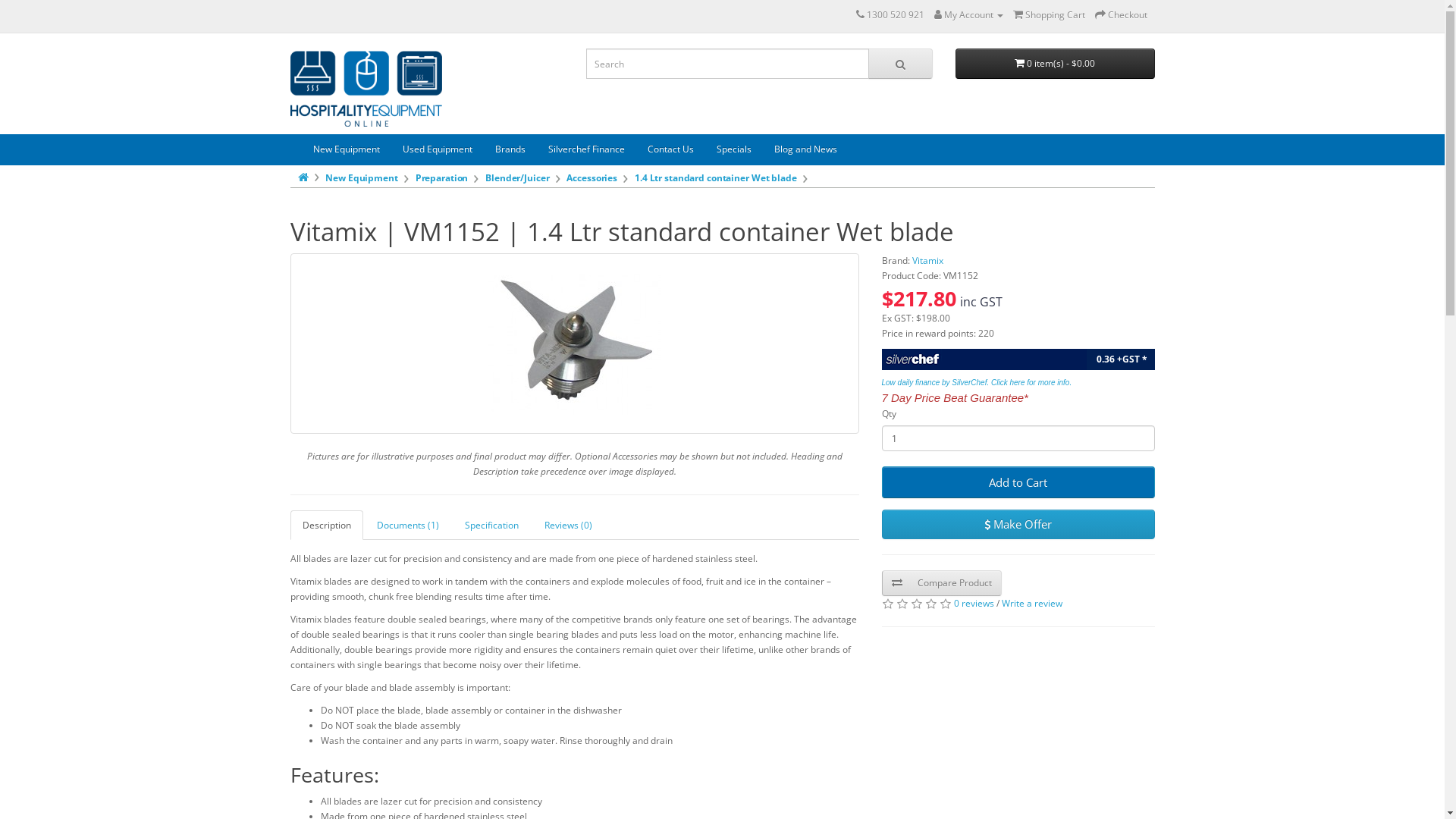  Describe the element at coordinates (491, 524) in the screenshot. I see `'Specification'` at that location.